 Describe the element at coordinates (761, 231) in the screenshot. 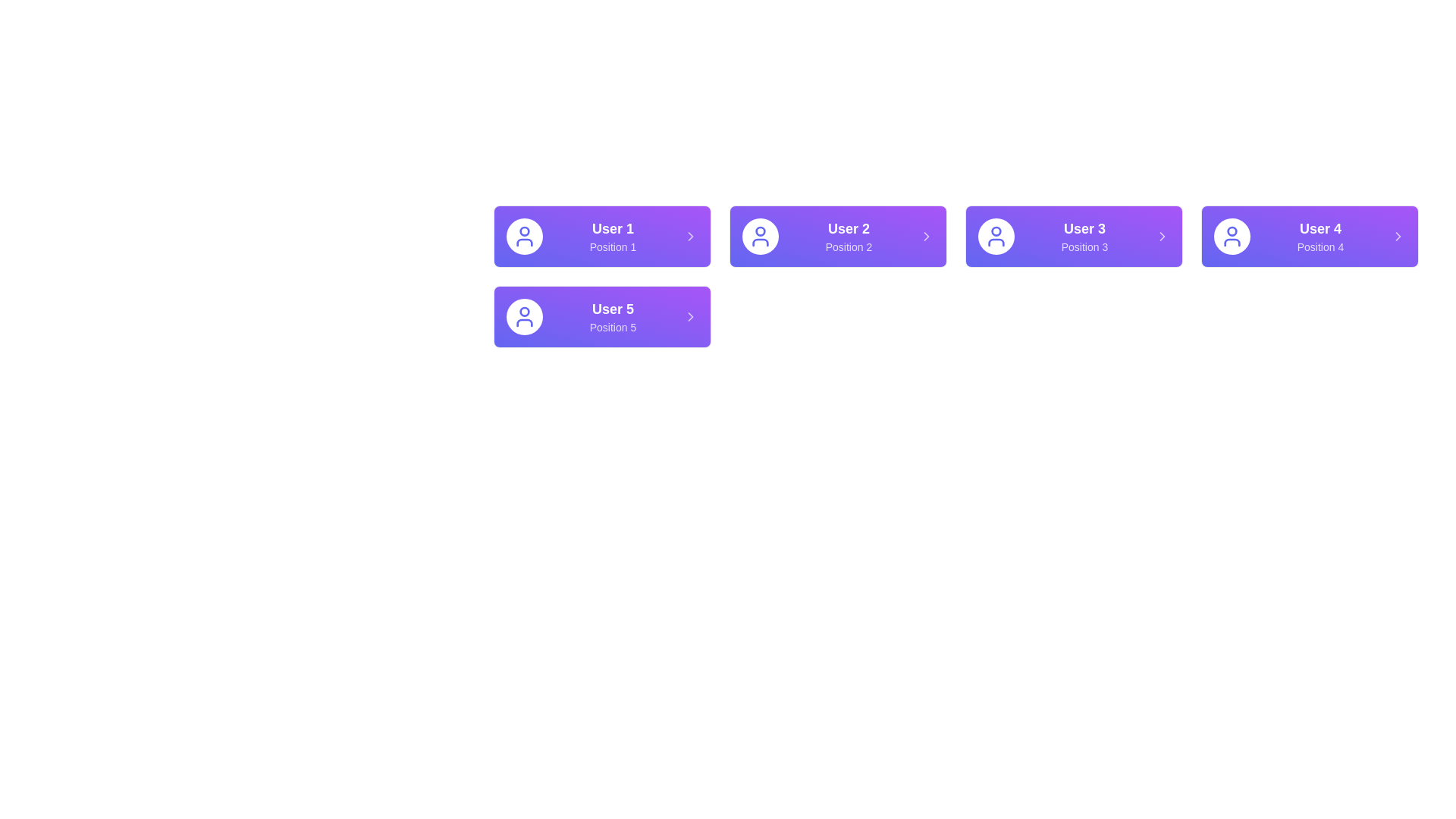

I see `the innermost circle of the user icon in the second box titled 'User 2, Position 2', which is visually centered near the top of the avatar icon` at that location.